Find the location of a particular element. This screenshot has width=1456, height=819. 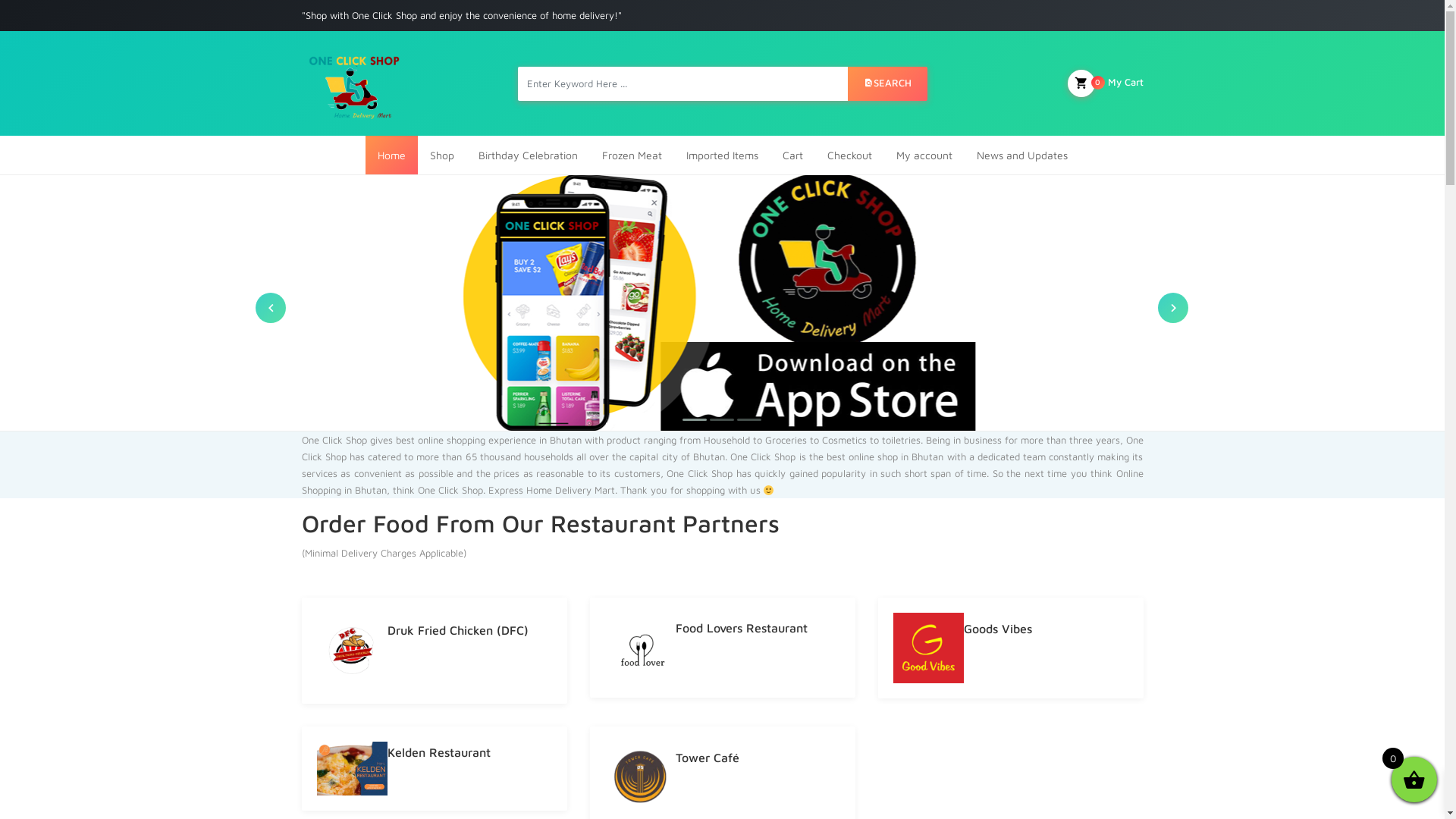

'Birthday Celebration' is located at coordinates (527, 155).